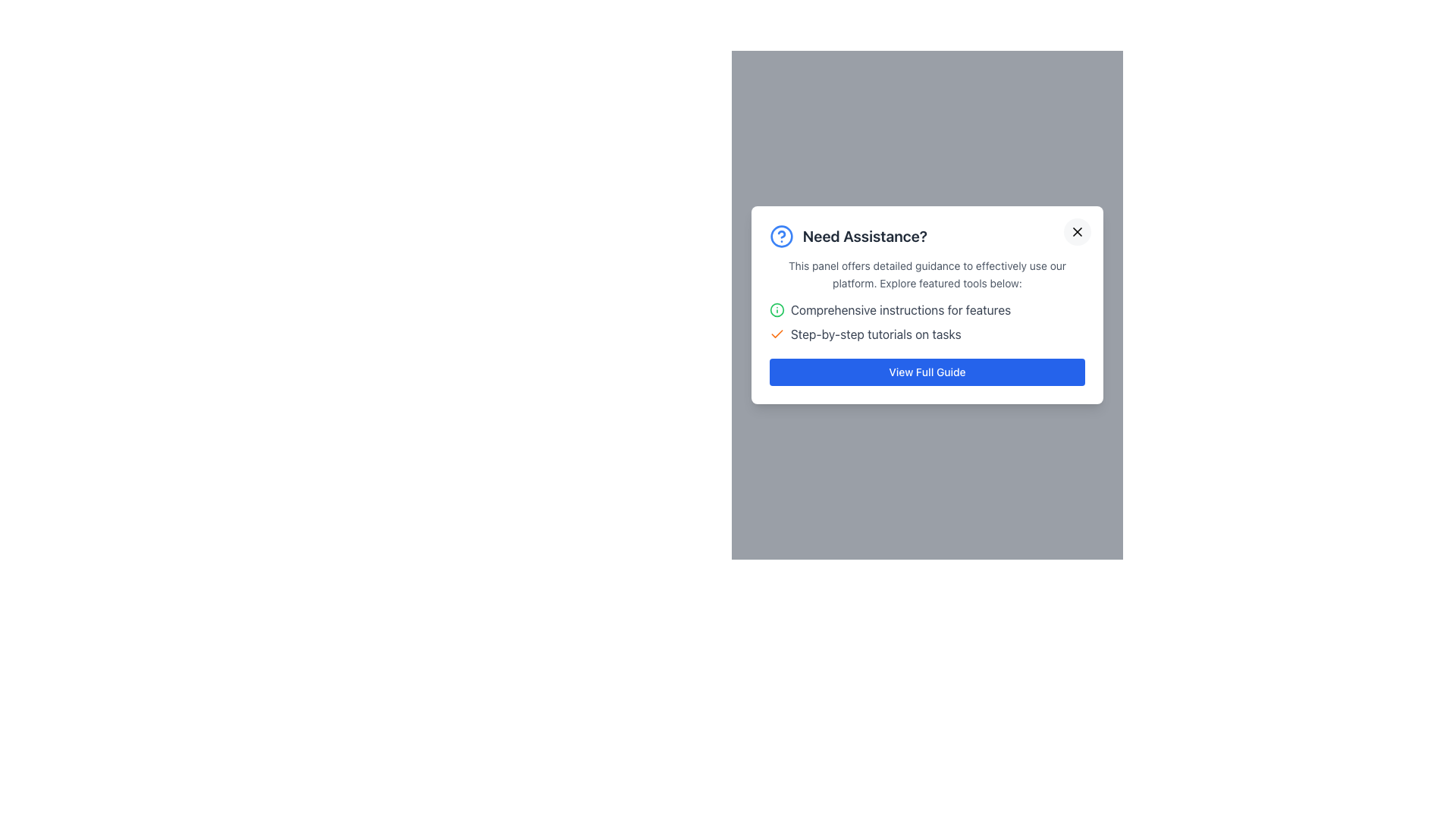 This screenshot has height=819, width=1456. Describe the element at coordinates (777, 309) in the screenshot. I see `the green circular icon with an 'i' character, which indicates information, located to the left of the text label in the first list item labeled 'Comprehensive instructions for features.'` at that location.